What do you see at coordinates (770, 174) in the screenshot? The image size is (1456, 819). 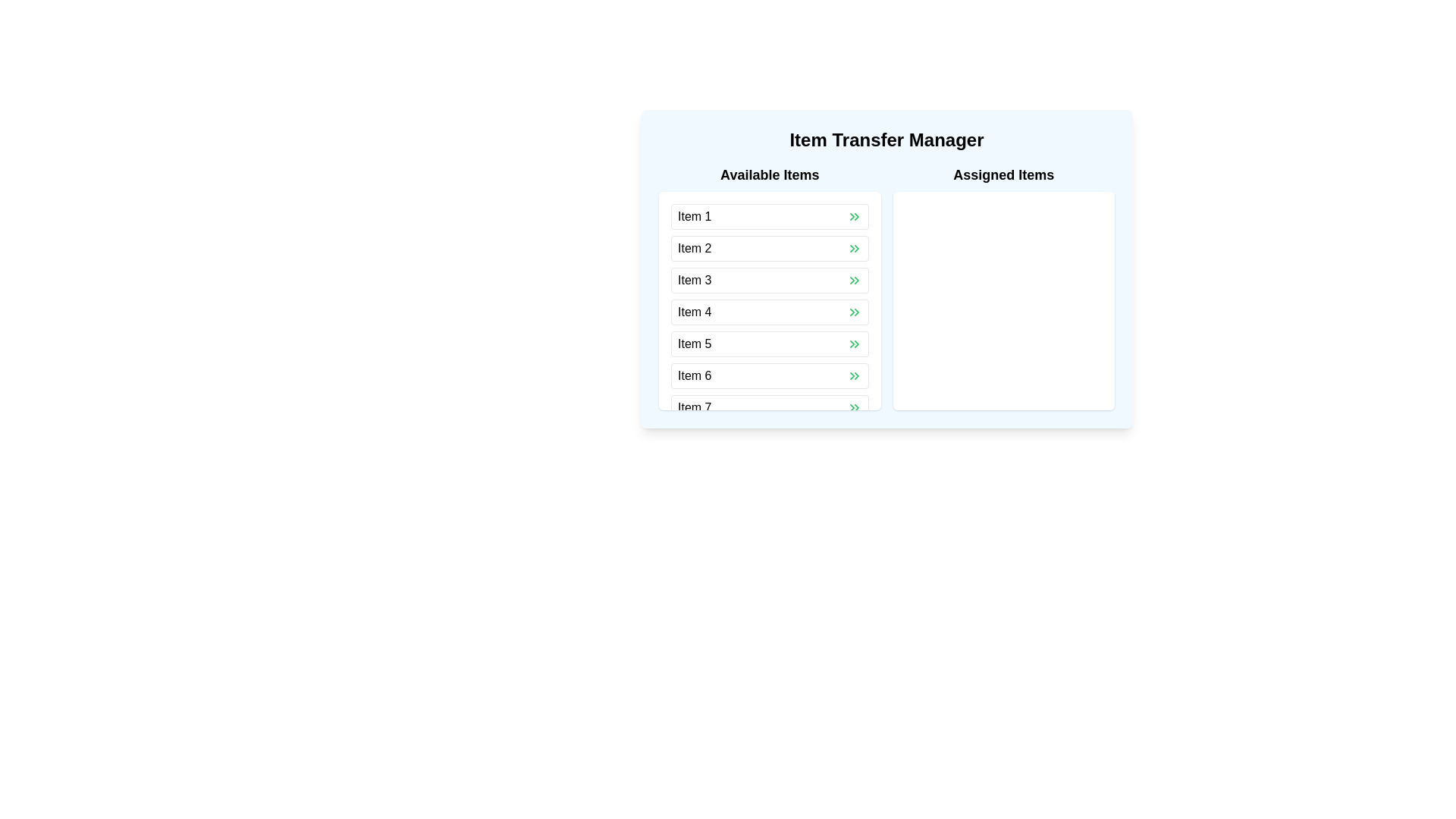 I see `the 'Available Items' text component, which is displayed in a bold font at the top-left corner of a two-column layout, directly above a list of items` at bounding box center [770, 174].